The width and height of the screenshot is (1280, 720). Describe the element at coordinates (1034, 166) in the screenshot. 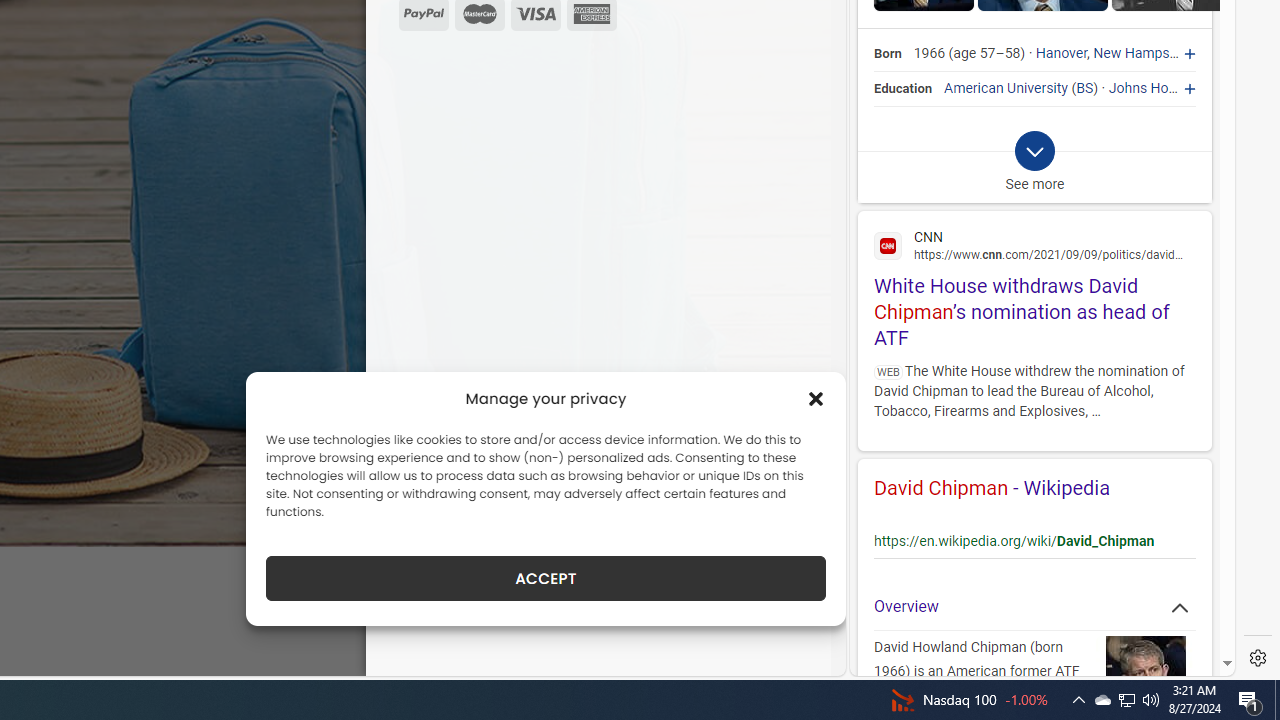

I see `'See more'` at that location.